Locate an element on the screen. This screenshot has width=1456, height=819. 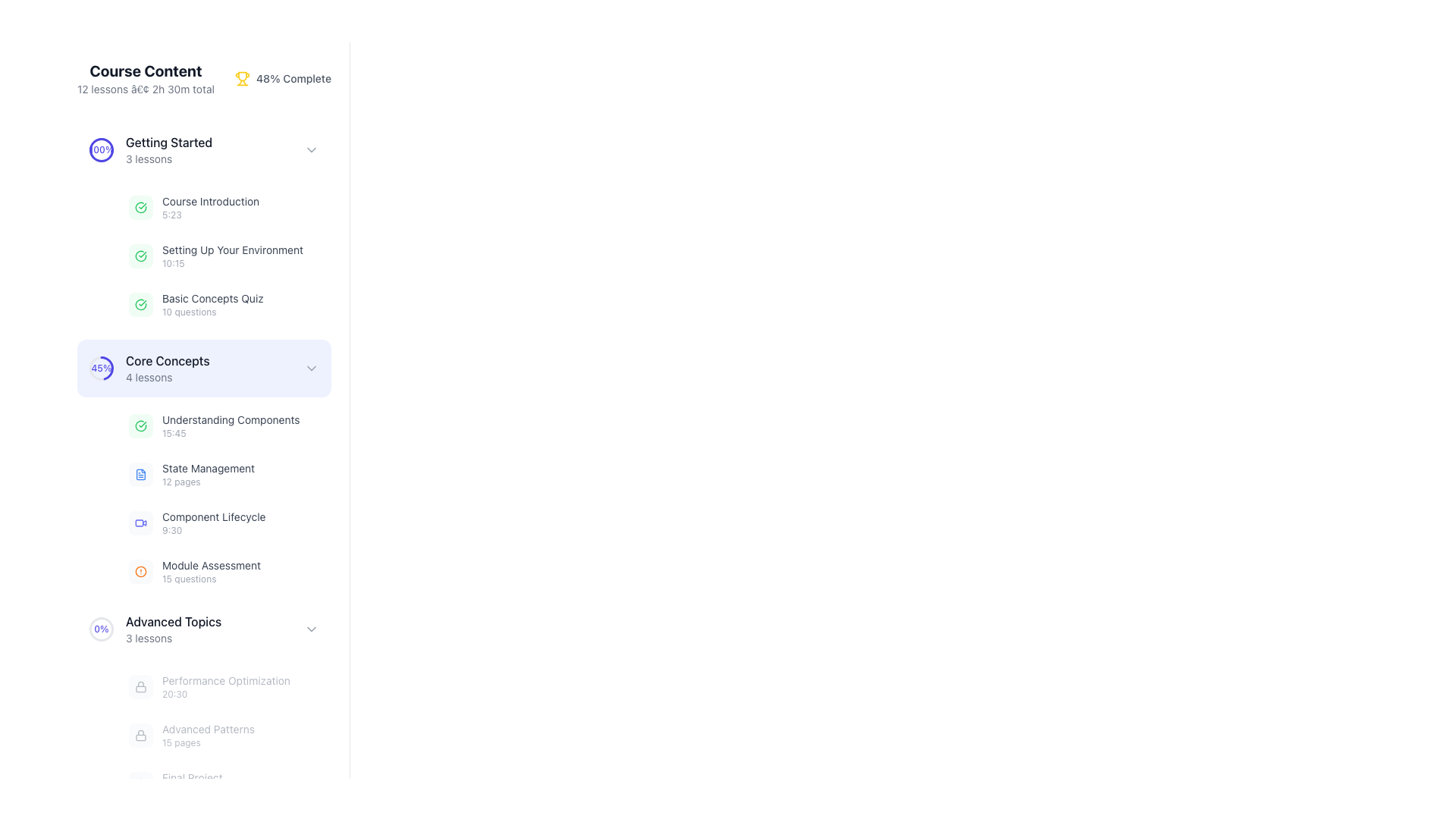
the header element for the 'Getting Started' module in the course content list is located at coordinates (169, 149).